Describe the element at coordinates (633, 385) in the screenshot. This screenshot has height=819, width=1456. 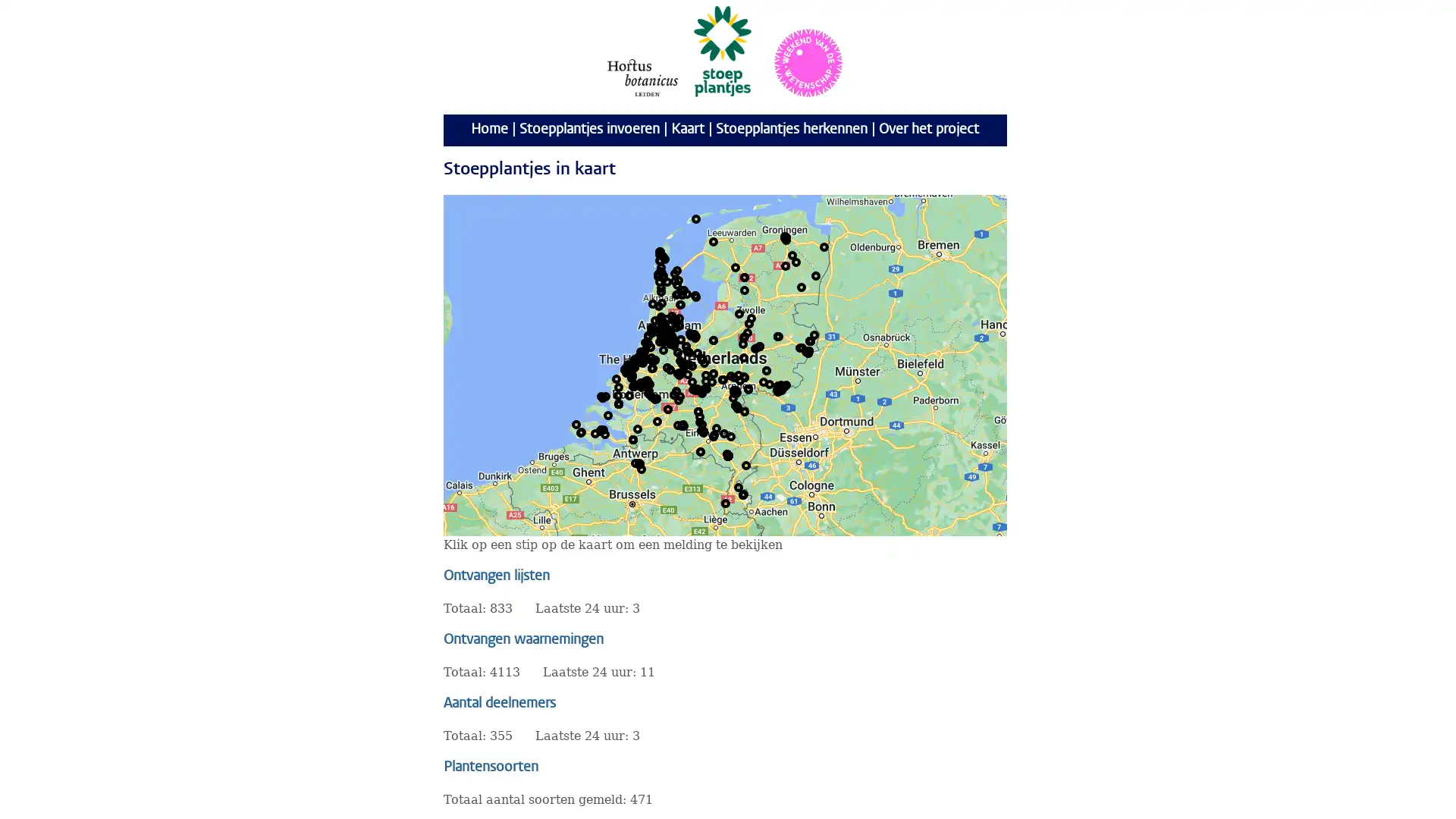
I see `Telling van AadJonkvorst op 21 maart 2022` at that location.